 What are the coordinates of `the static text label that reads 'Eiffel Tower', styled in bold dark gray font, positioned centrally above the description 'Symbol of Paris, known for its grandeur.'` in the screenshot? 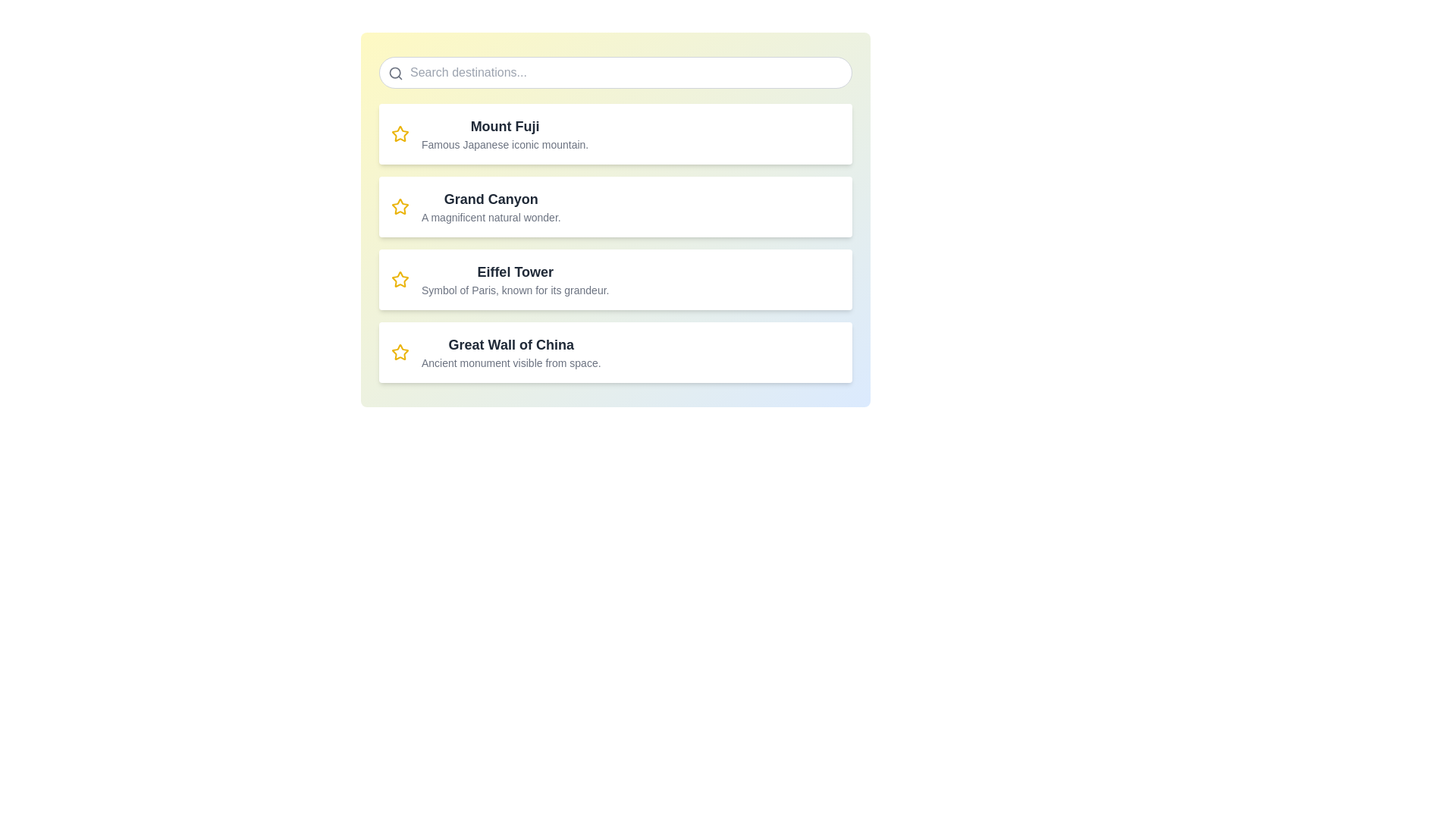 It's located at (515, 271).